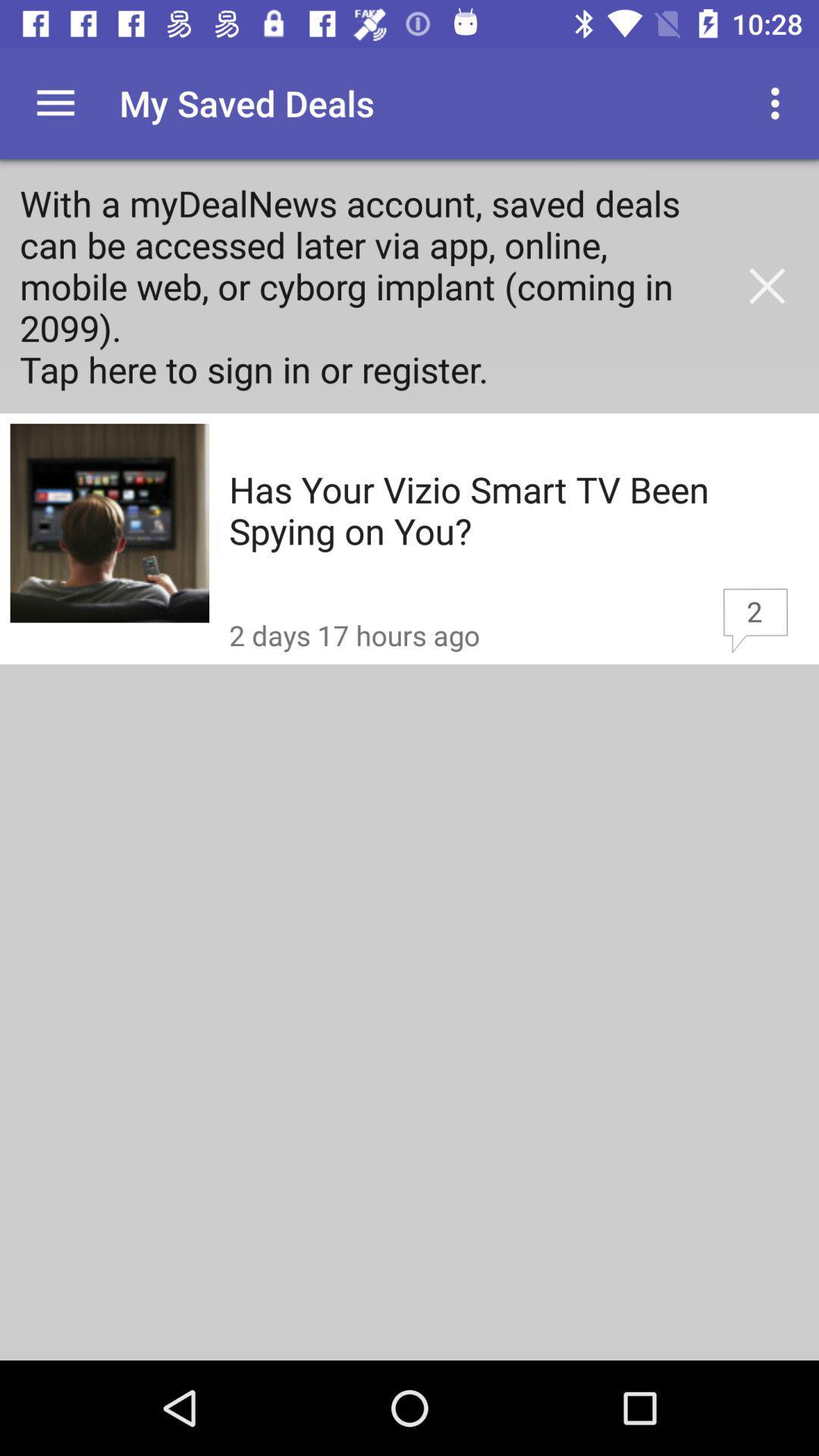  Describe the element at coordinates (55, 102) in the screenshot. I see `the menu` at that location.